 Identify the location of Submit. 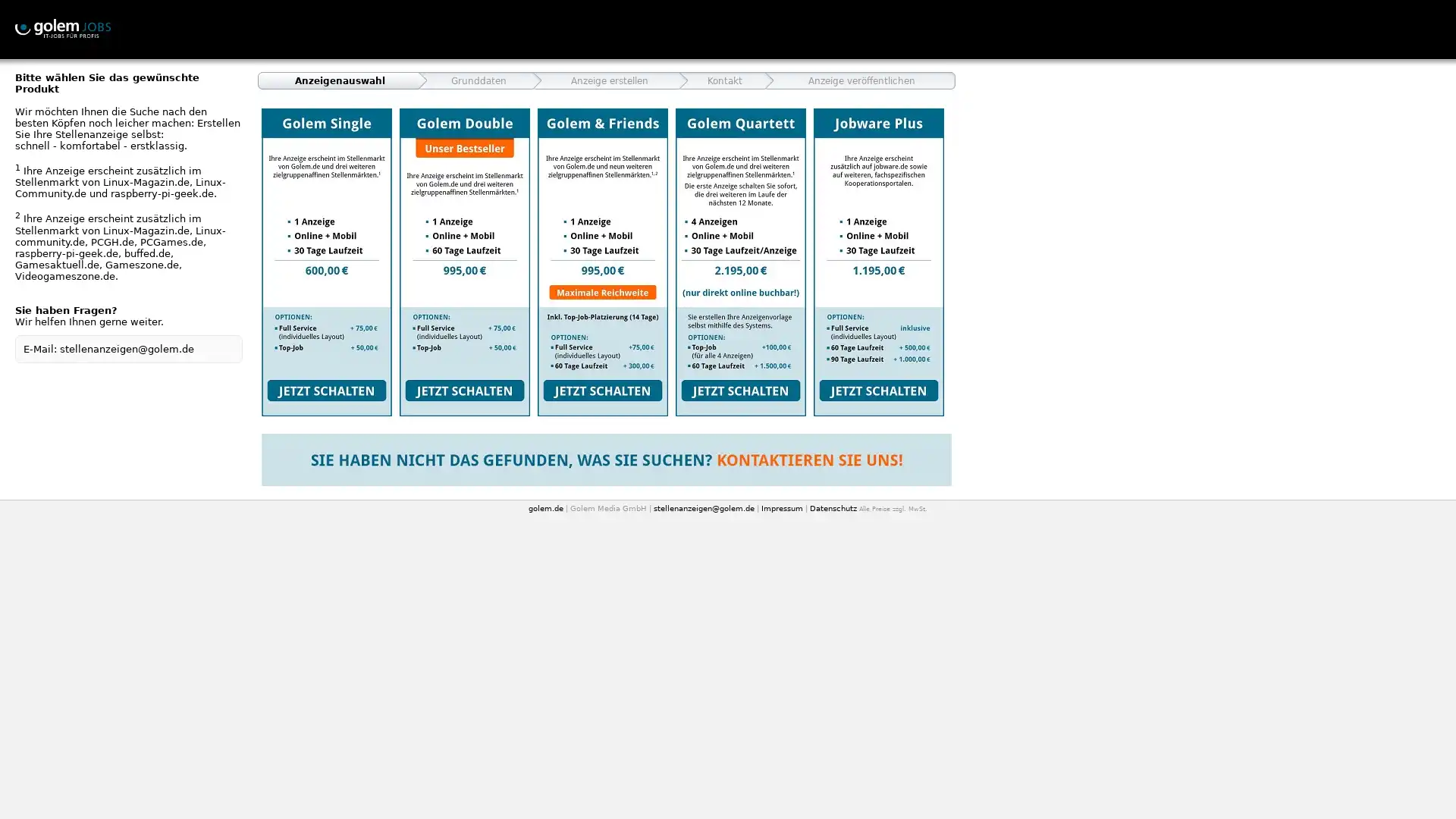
(326, 262).